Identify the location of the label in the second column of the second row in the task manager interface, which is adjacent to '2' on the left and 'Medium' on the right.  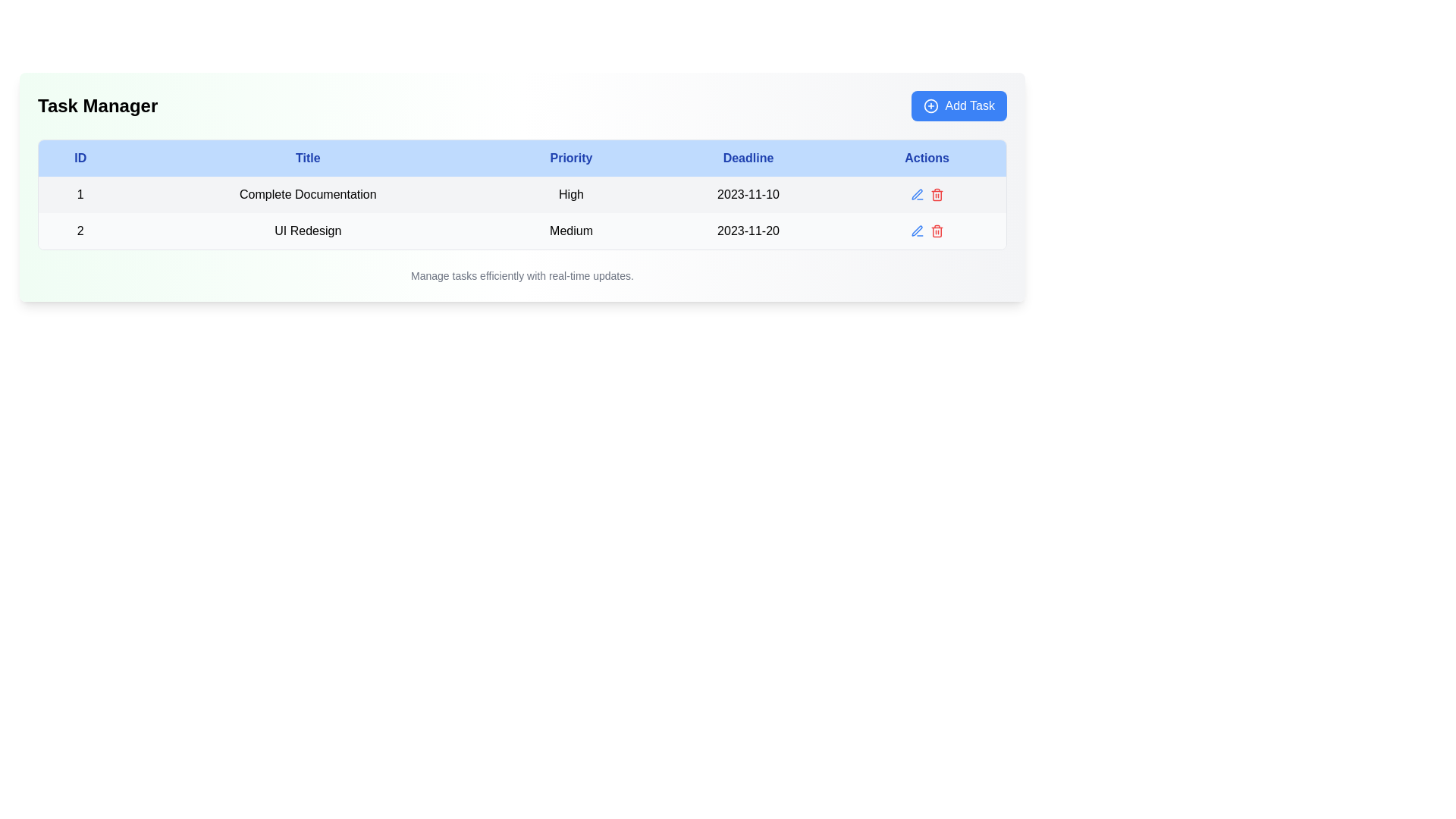
(307, 231).